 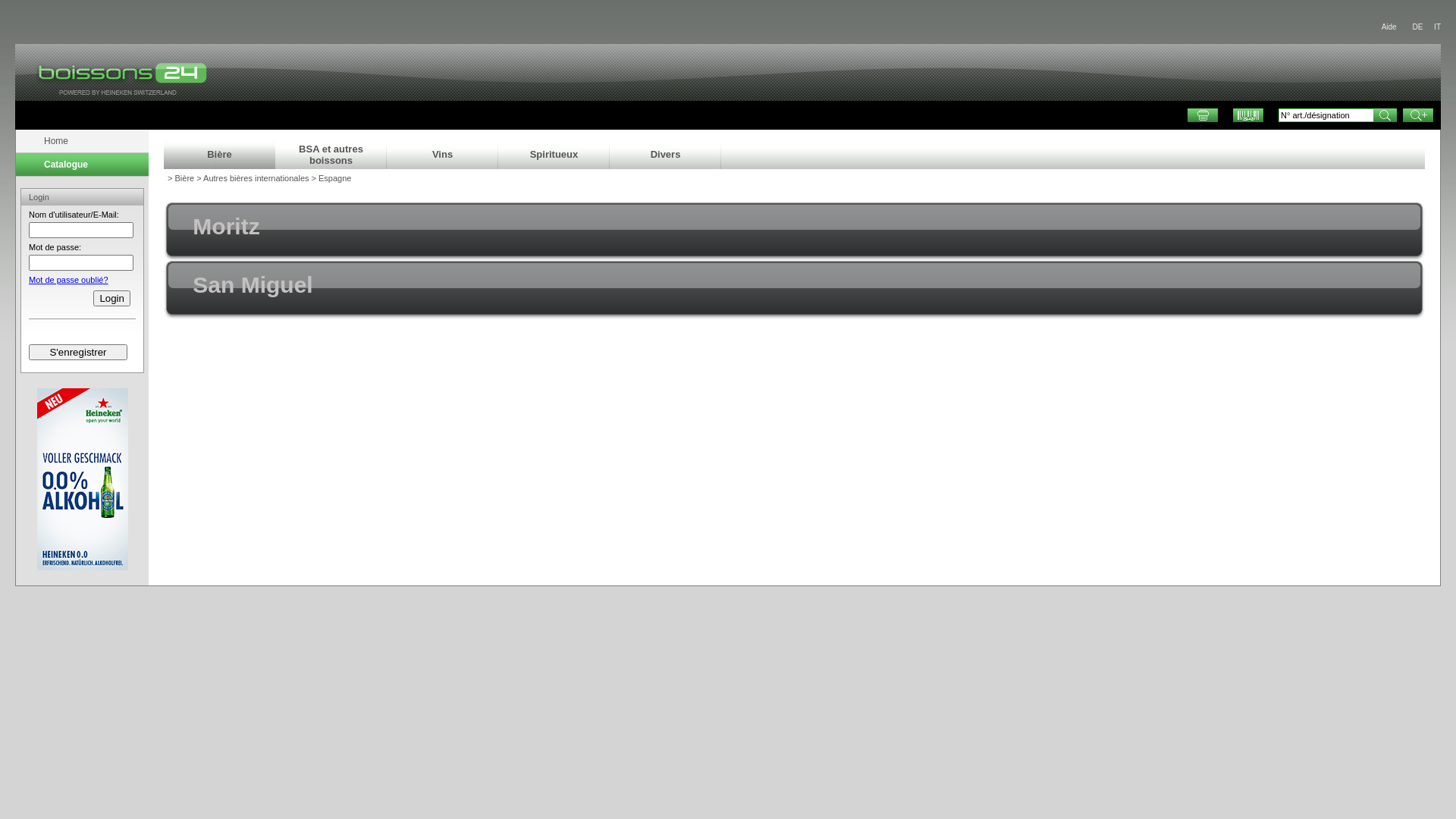 What do you see at coordinates (1416, 27) in the screenshot?
I see `'DE'` at bounding box center [1416, 27].